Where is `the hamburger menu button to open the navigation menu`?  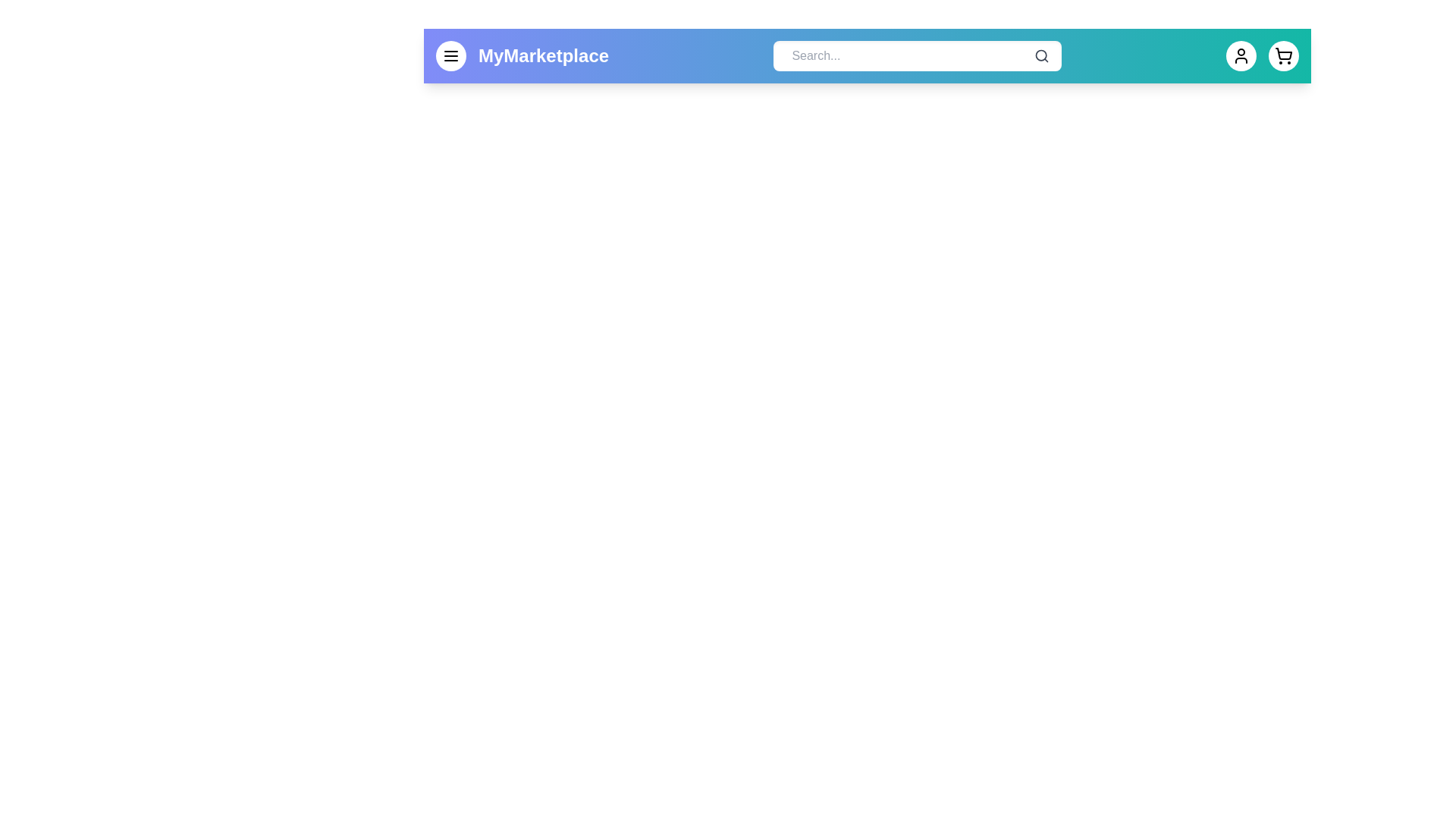 the hamburger menu button to open the navigation menu is located at coordinates (450, 55).